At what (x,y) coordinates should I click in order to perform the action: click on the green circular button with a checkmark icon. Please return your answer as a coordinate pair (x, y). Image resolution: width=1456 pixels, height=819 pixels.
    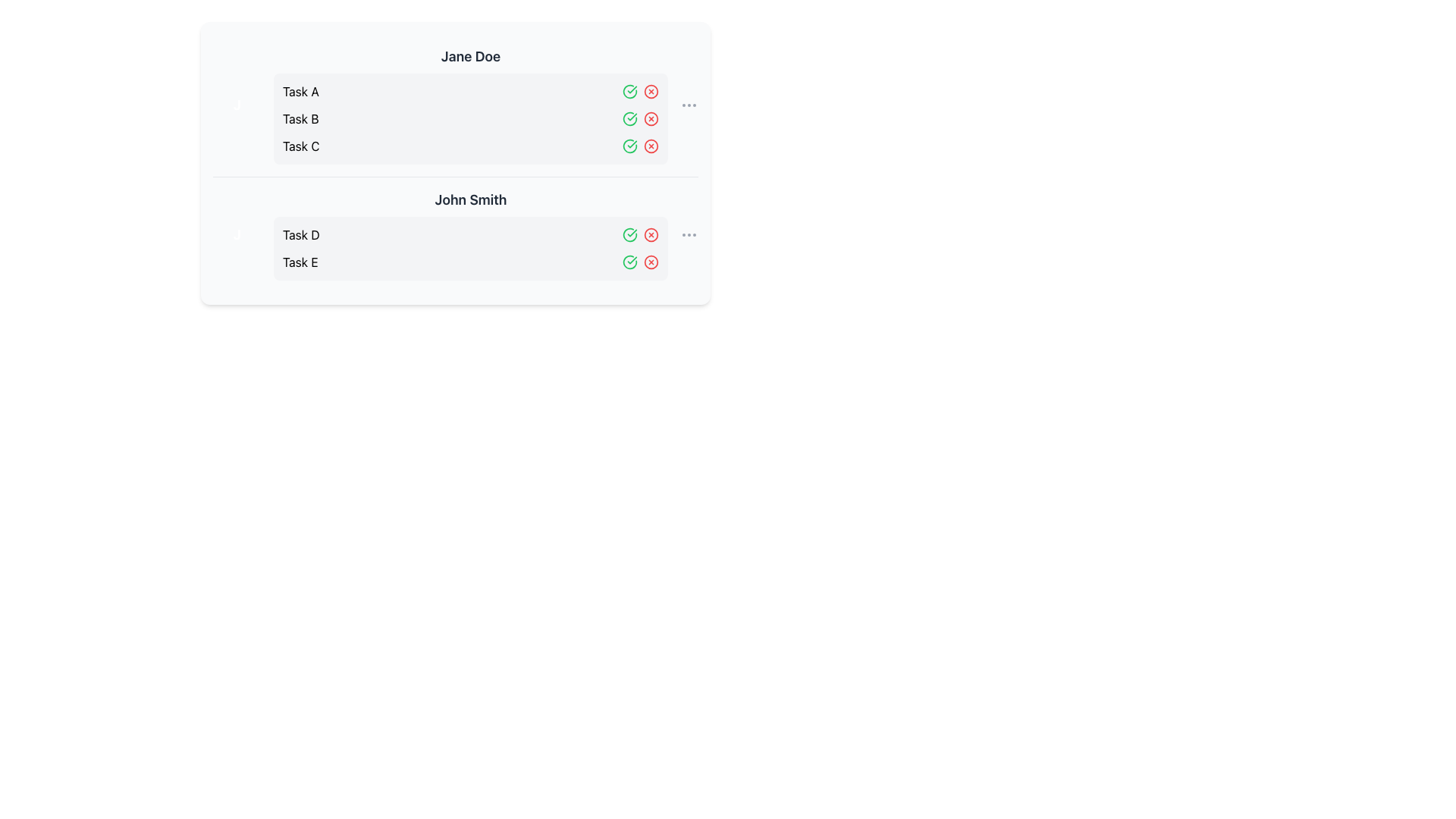
    Looking at the image, I should click on (629, 262).